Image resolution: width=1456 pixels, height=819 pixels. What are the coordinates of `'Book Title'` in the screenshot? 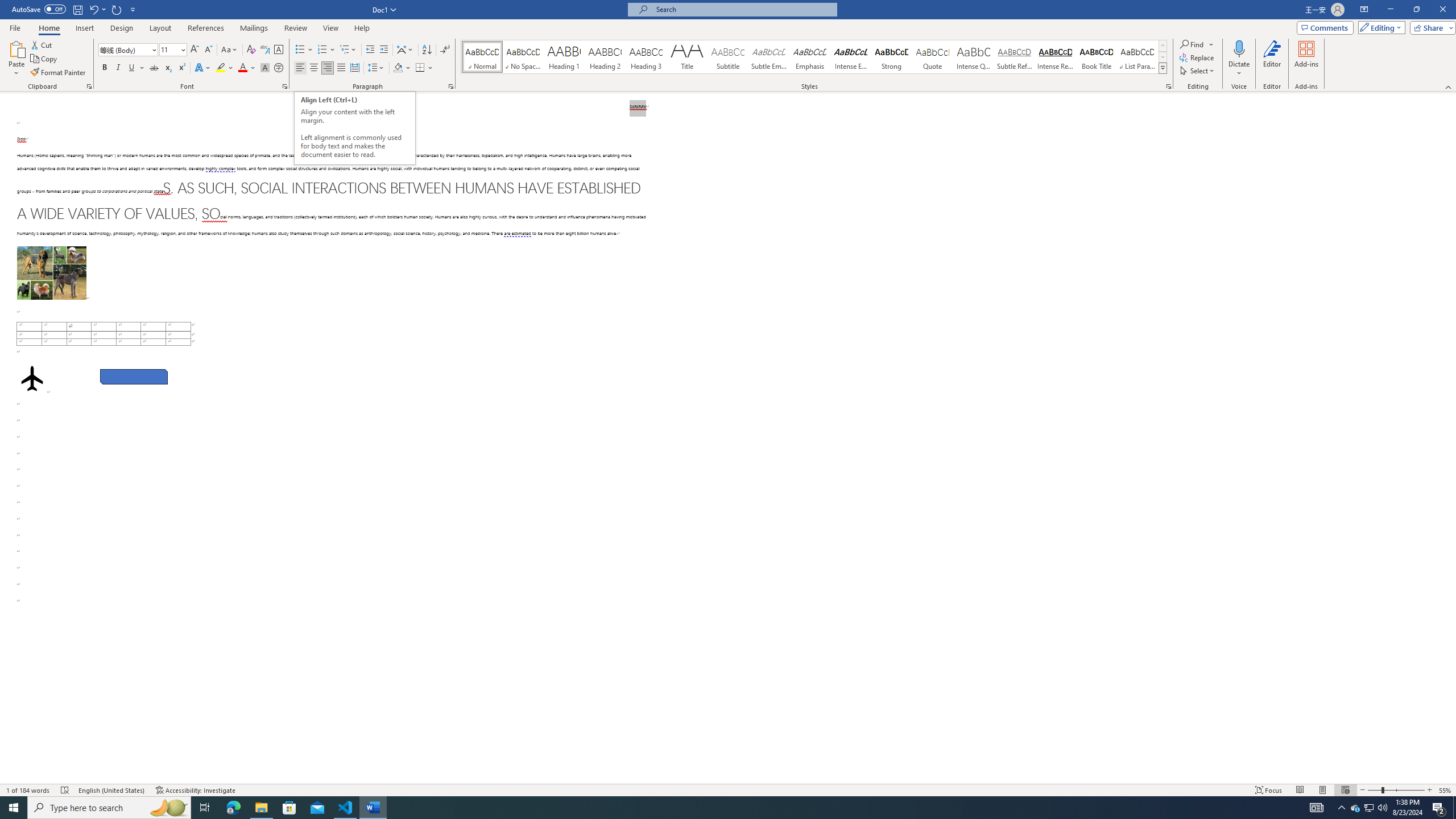 It's located at (1096, 56).